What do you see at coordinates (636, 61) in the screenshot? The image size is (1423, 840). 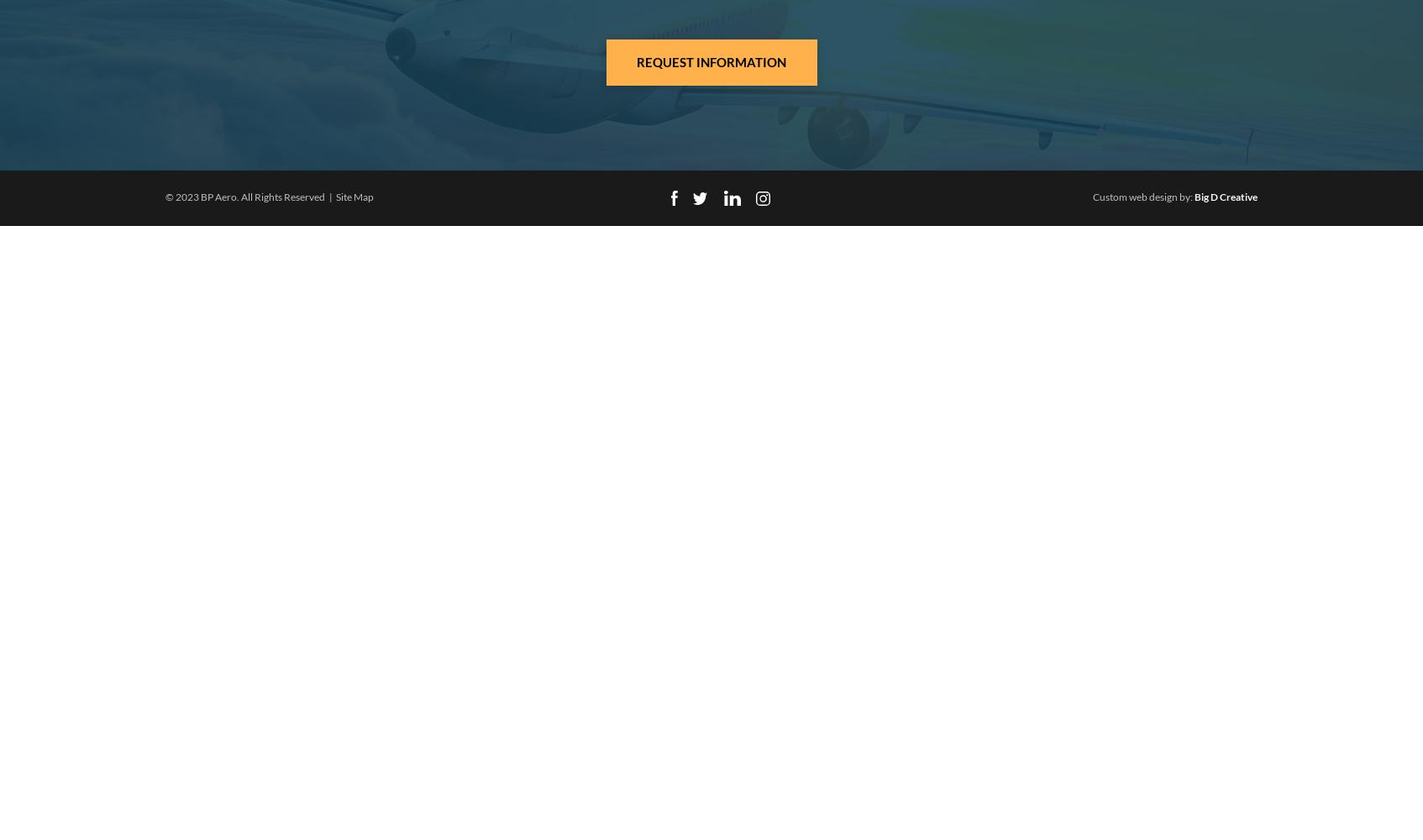 I see `'Request Information'` at bounding box center [636, 61].